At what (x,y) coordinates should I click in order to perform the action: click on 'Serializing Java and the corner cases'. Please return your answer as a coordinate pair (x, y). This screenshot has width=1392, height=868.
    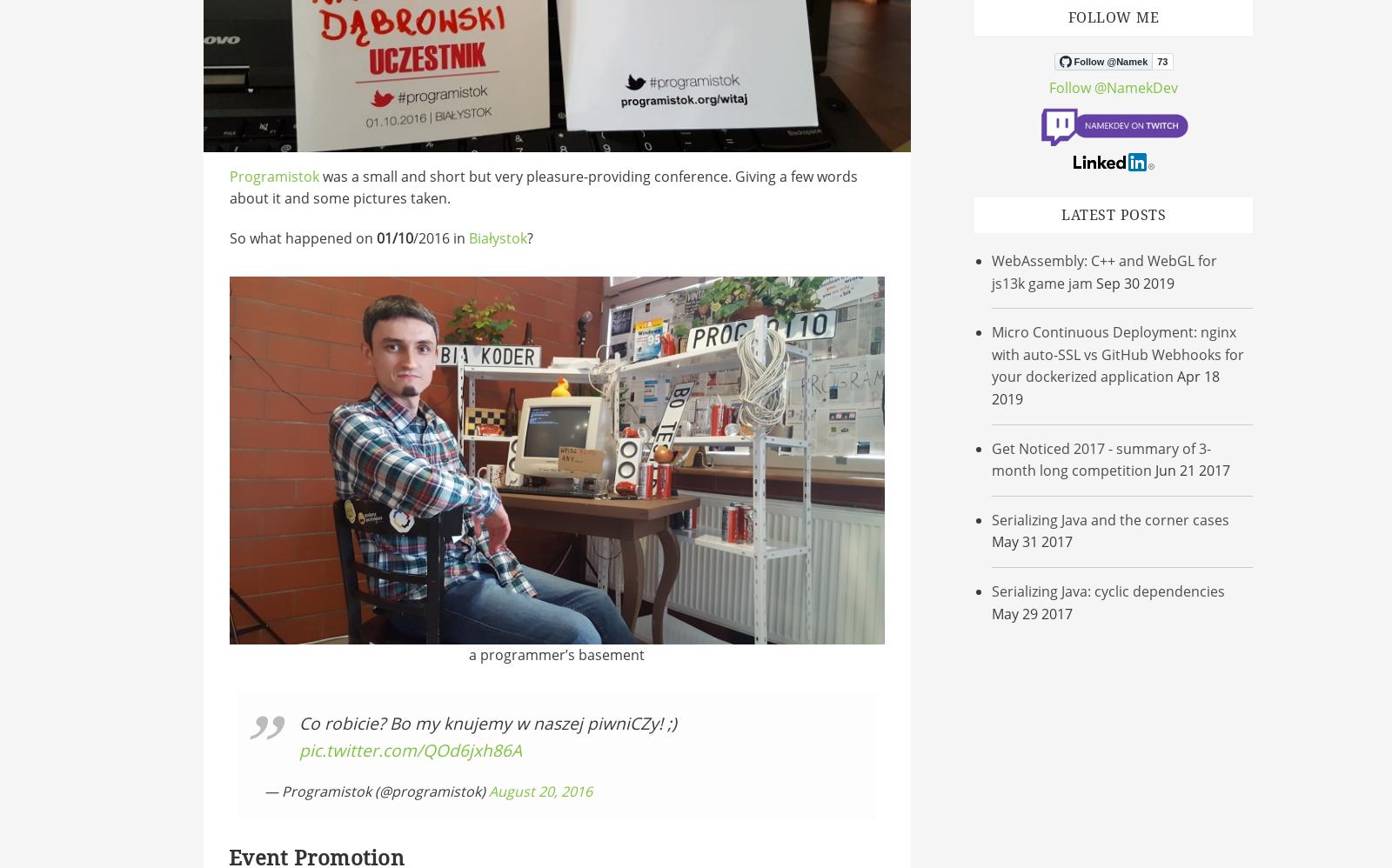
    Looking at the image, I should click on (992, 518).